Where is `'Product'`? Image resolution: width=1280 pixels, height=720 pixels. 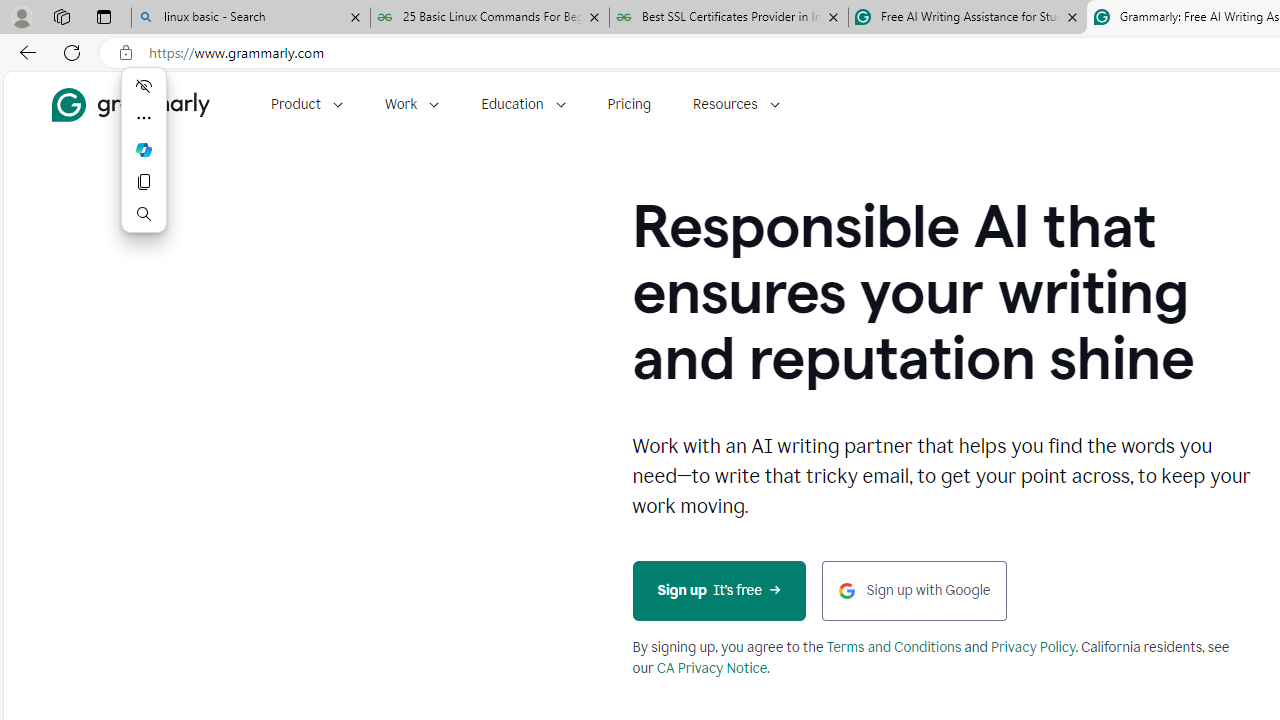
'Product' is located at coordinates (306, 104).